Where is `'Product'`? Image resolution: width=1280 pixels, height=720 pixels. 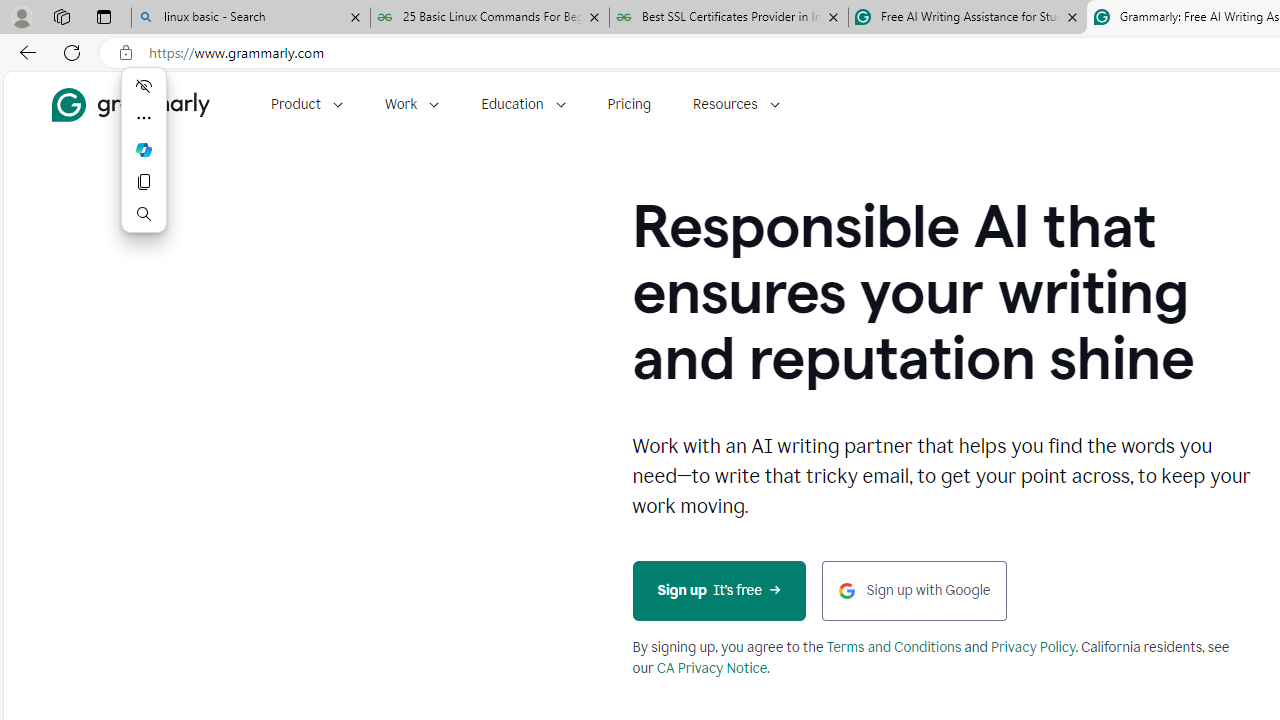
'Product' is located at coordinates (306, 104).